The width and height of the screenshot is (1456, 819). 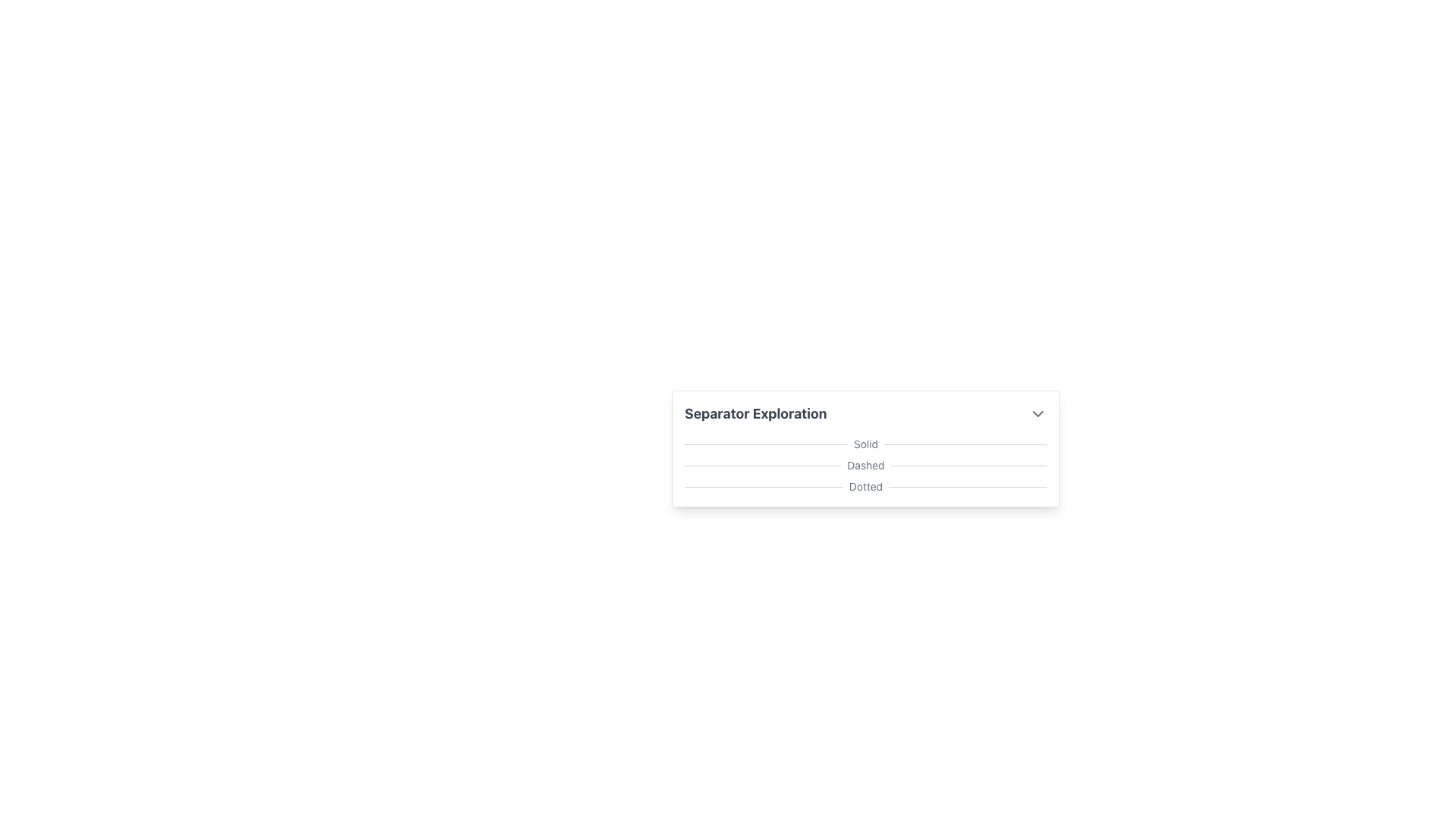 I want to click on the Dotted separator element, which features a horizontal dotted line pattern with the label 'Dotted' centered within it, styled in a smaller grayed-out font, so click(x=866, y=486).